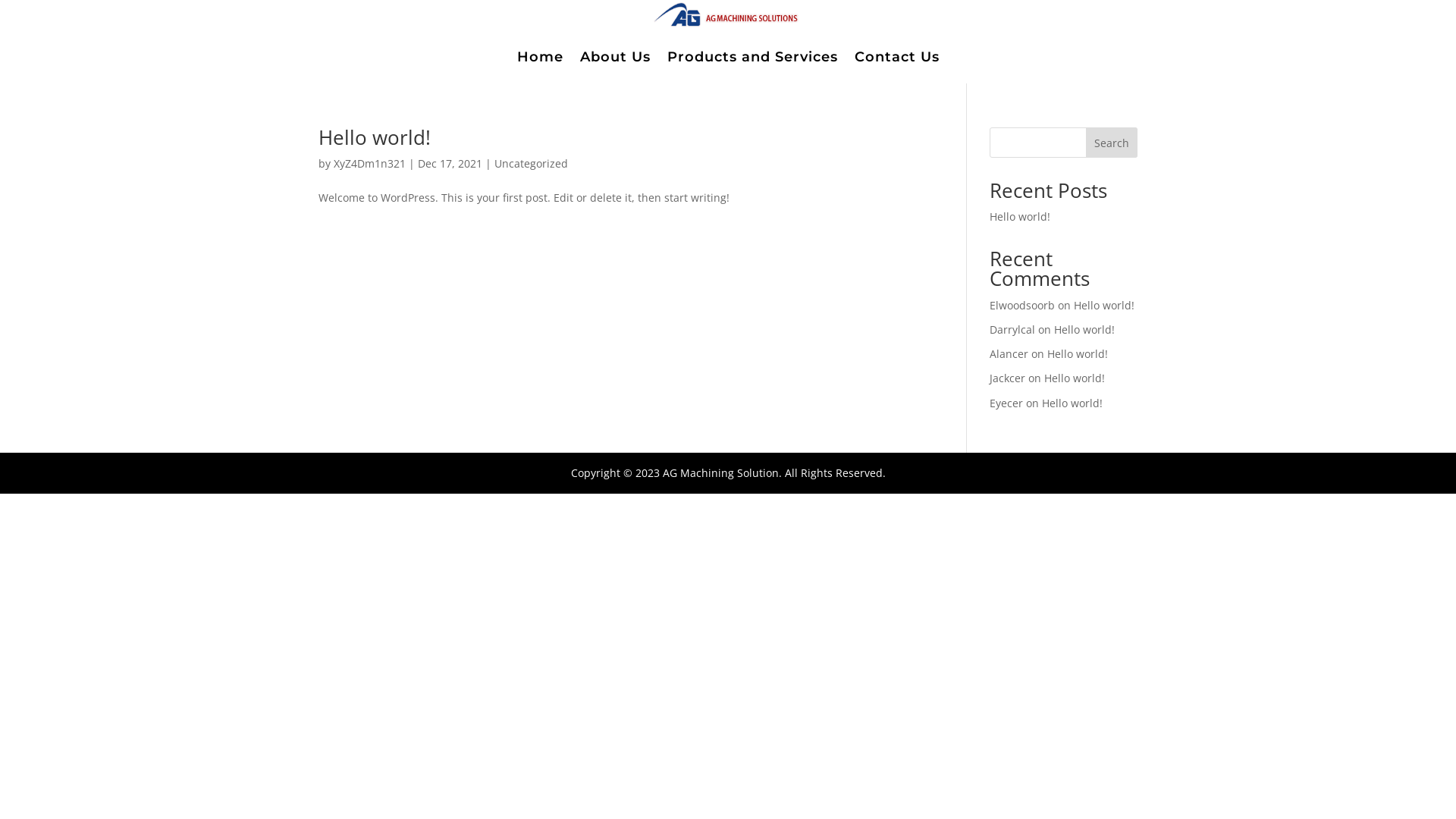  What do you see at coordinates (990, 328) in the screenshot?
I see `'Darrylcal'` at bounding box center [990, 328].